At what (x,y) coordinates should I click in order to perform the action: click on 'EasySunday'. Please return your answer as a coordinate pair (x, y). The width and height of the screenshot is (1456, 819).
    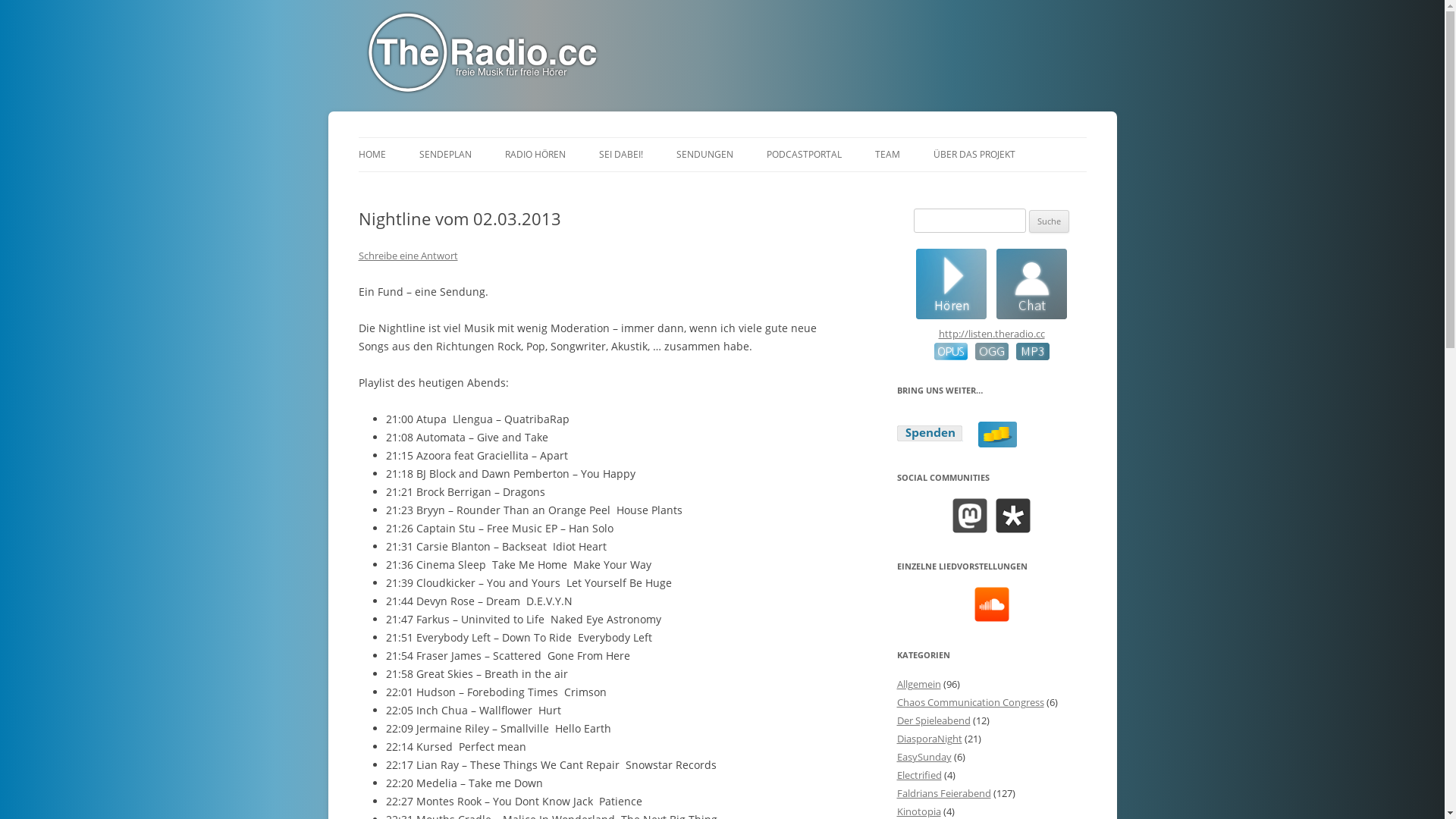
    Looking at the image, I should click on (923, 757).